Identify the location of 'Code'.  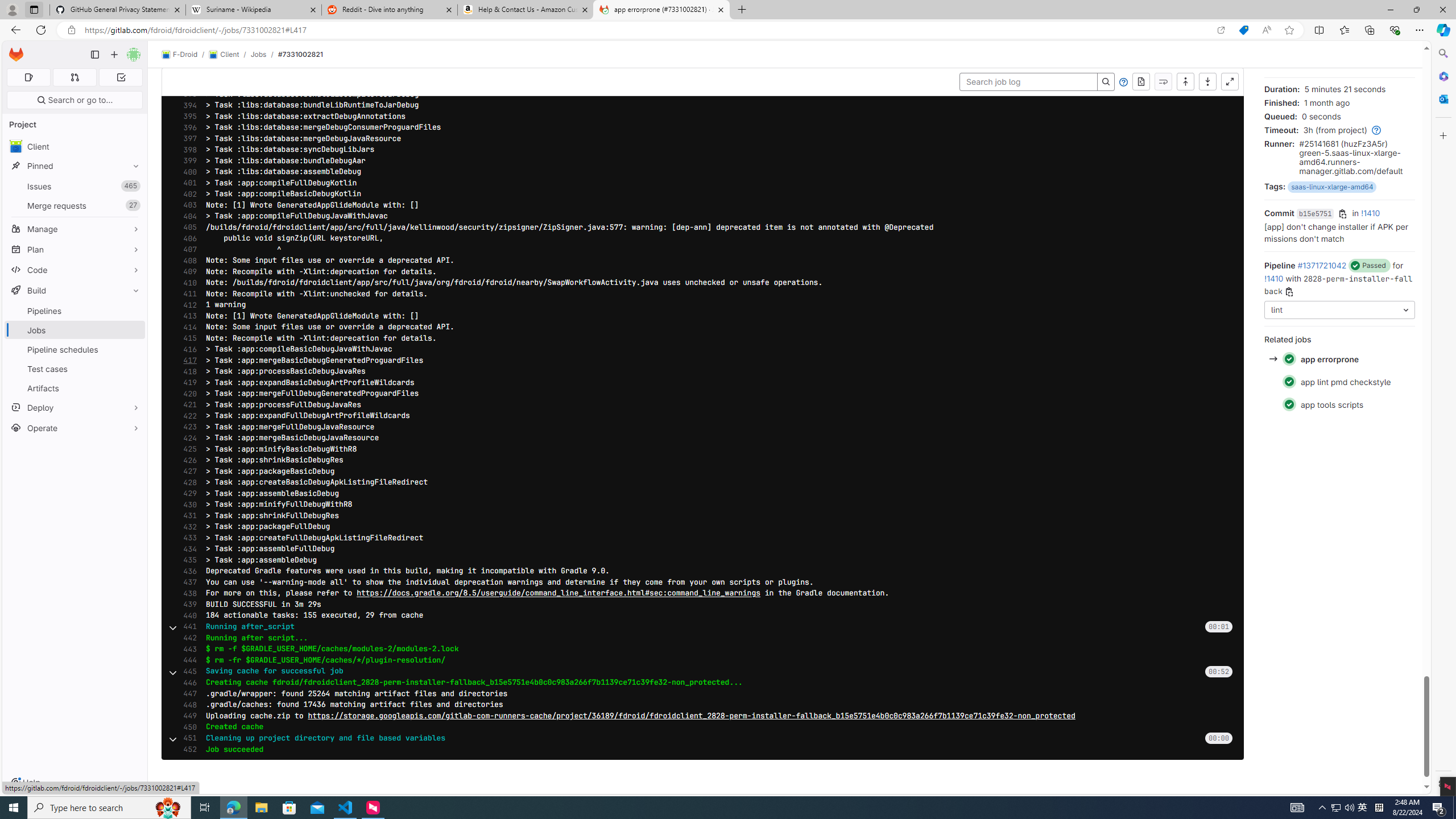
(74, 270).